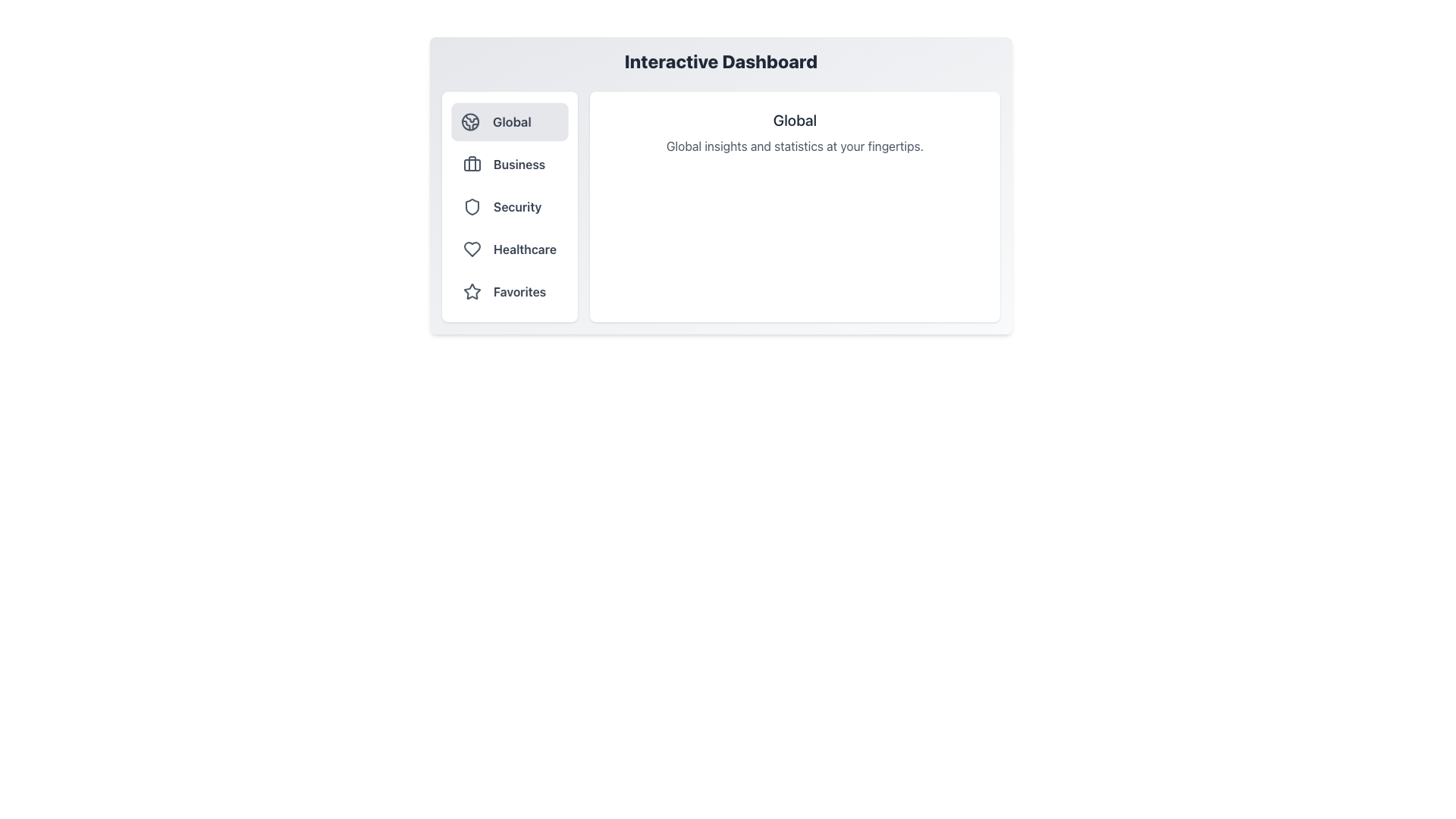  Describe the element at coordinates (519, 164) in the screenshot. I see `label of the 'Business' section text label located under the 'Global' menu item in the left panel` at that location.